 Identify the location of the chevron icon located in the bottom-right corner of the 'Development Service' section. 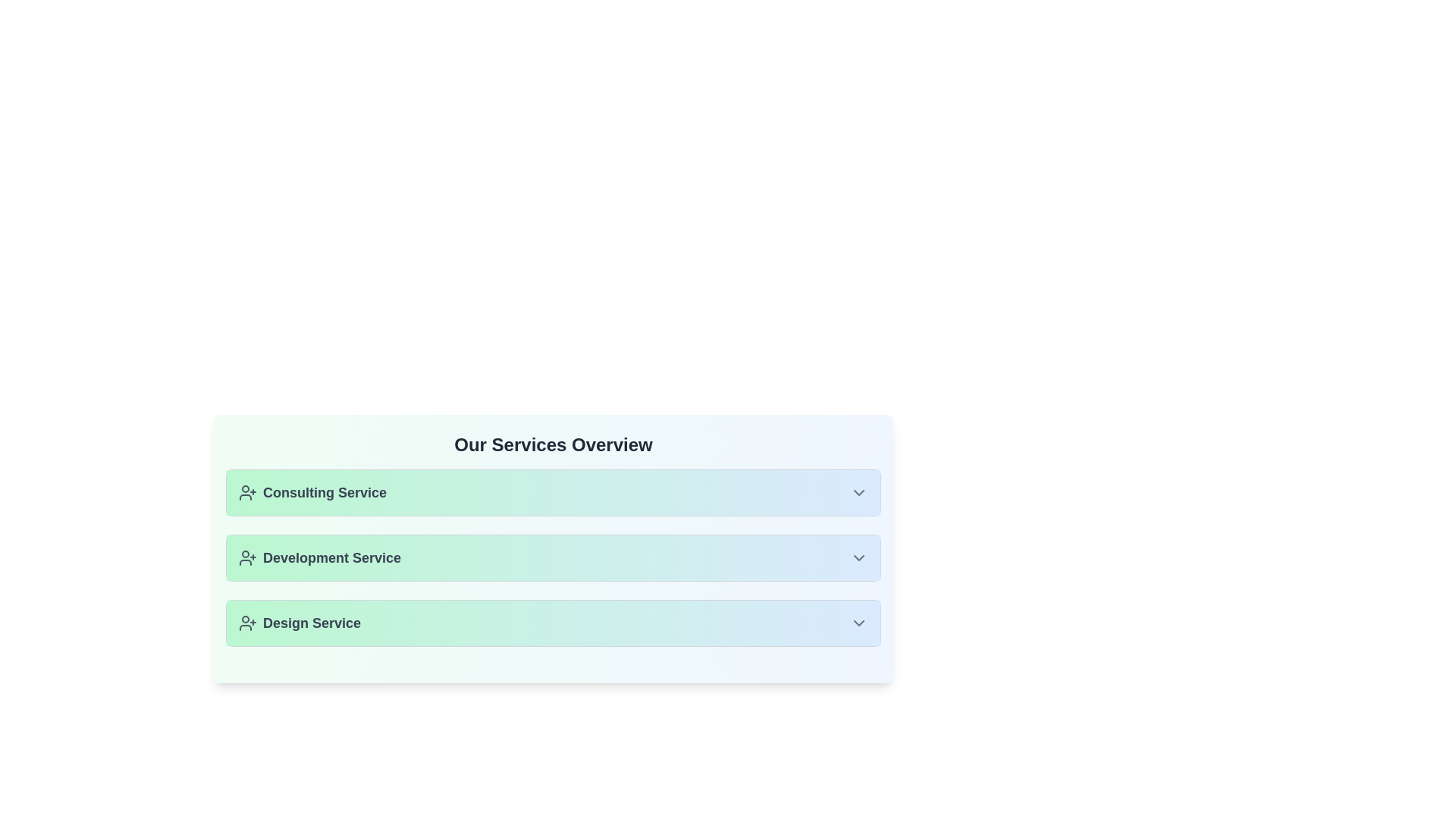
(858, 558).